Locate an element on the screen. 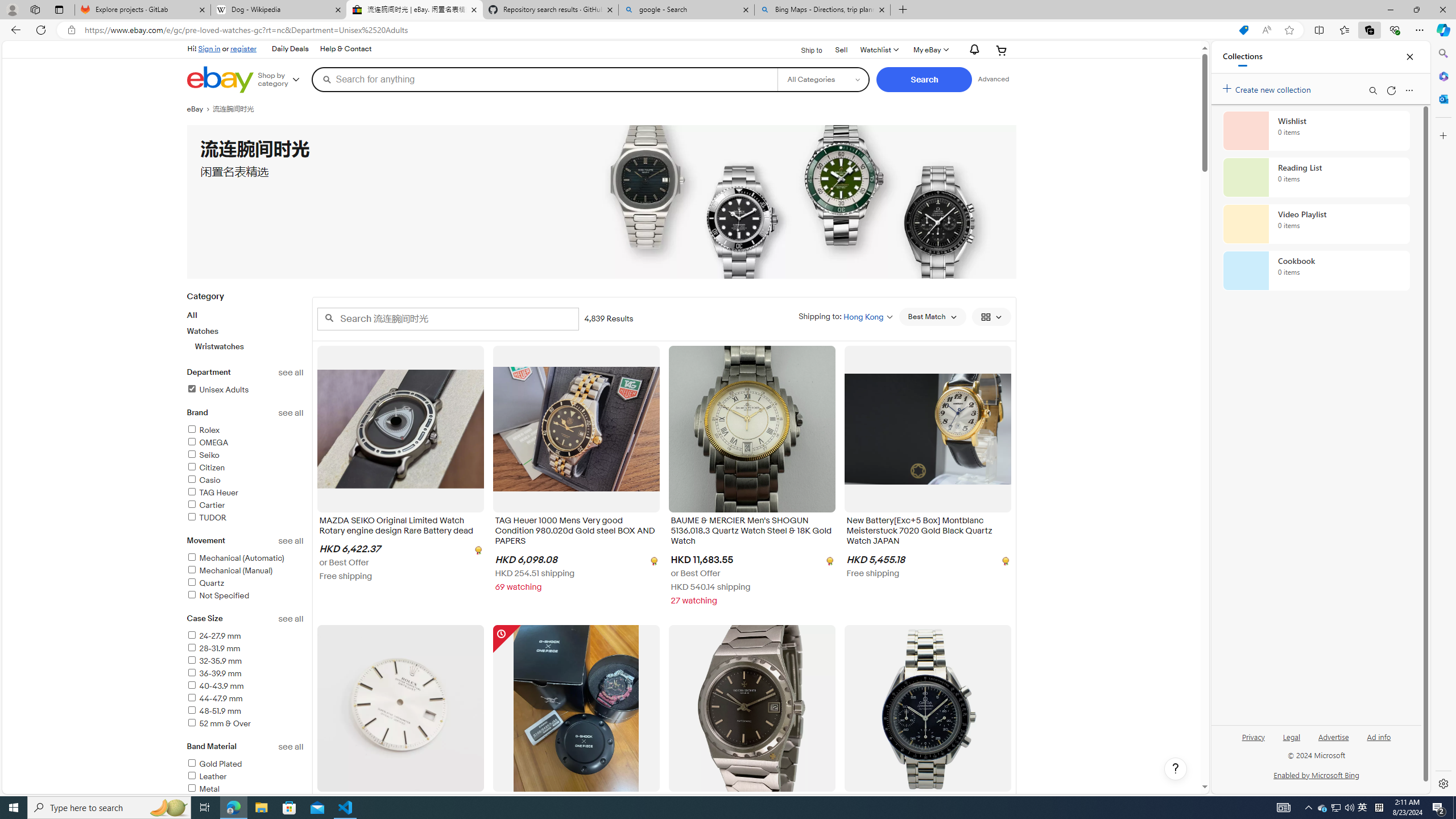  'Gold Plated' is located at coordinates (245, 764).